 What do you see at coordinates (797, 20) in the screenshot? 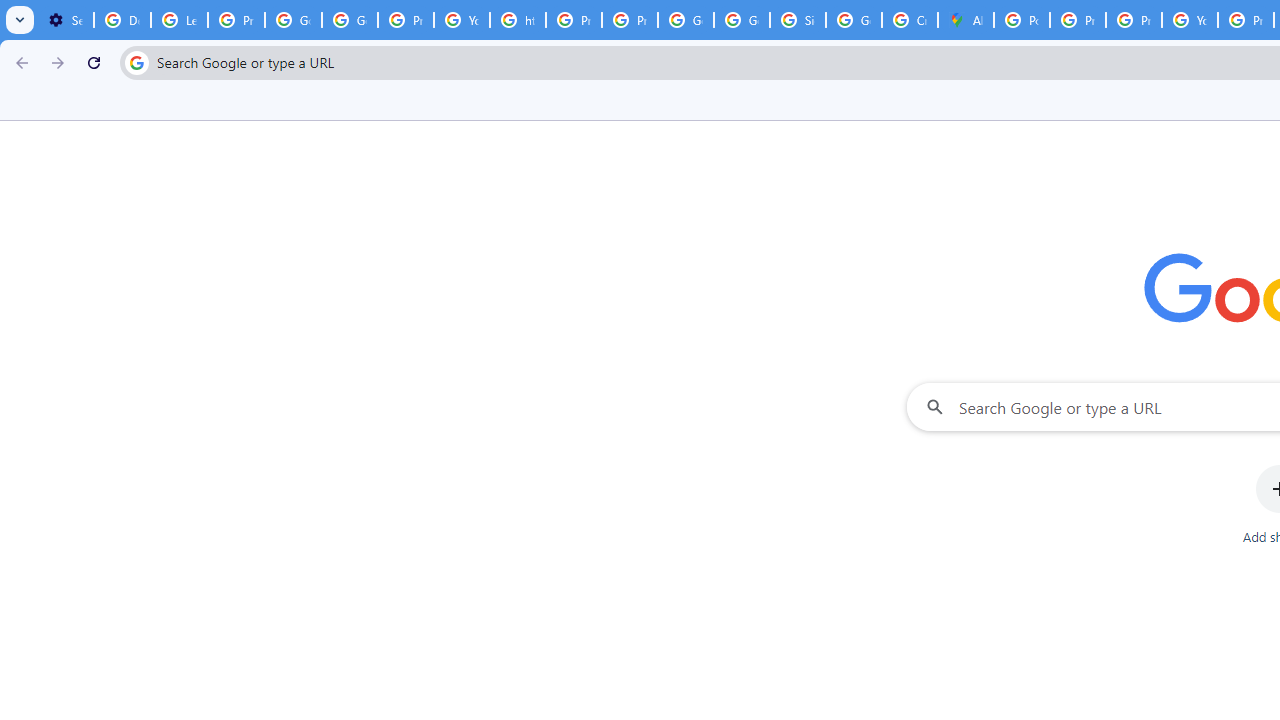
I see `'Sign in - Google Accounts'` at bounding box center [797, 20].